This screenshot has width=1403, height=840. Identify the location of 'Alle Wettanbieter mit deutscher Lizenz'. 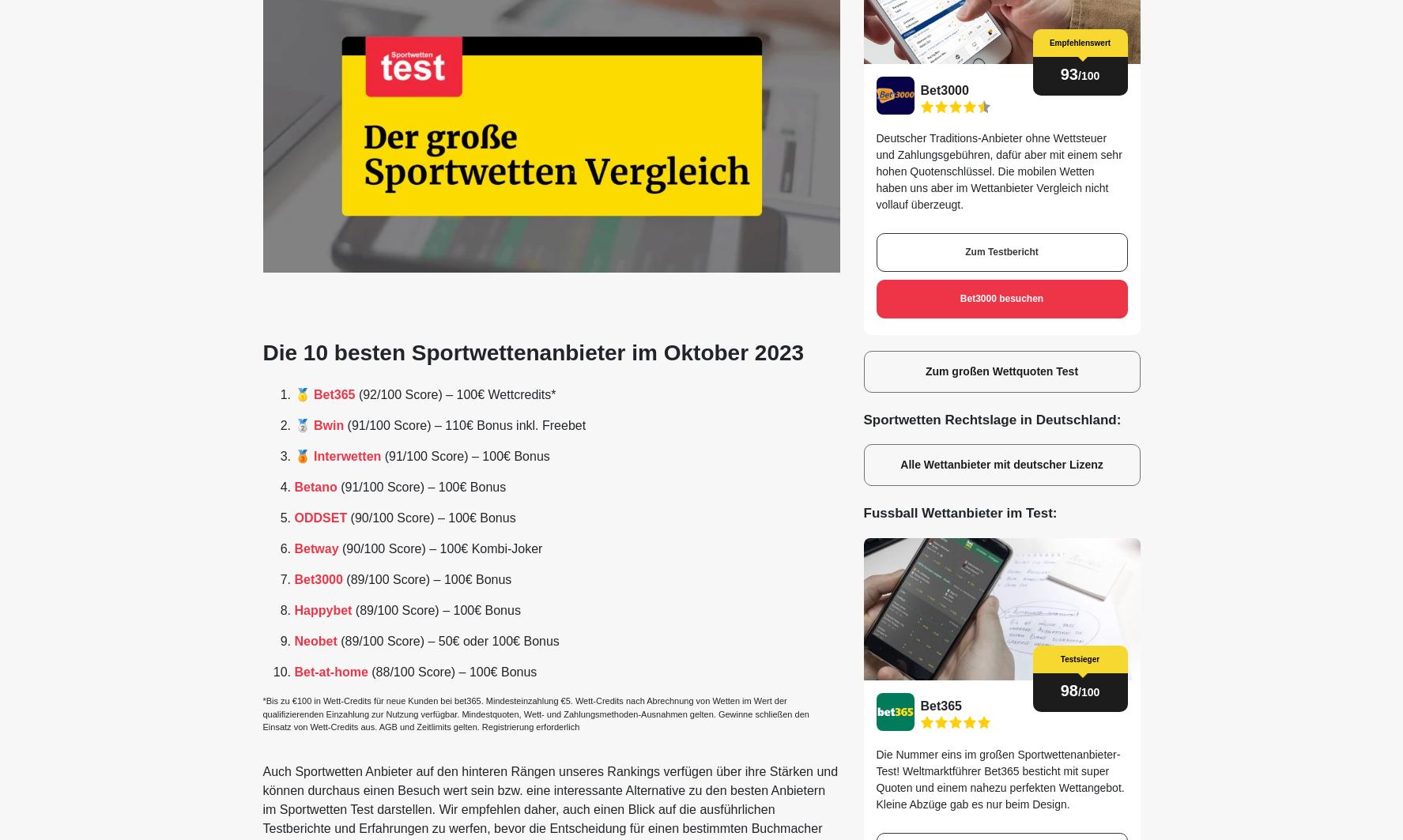
(1001, 464).